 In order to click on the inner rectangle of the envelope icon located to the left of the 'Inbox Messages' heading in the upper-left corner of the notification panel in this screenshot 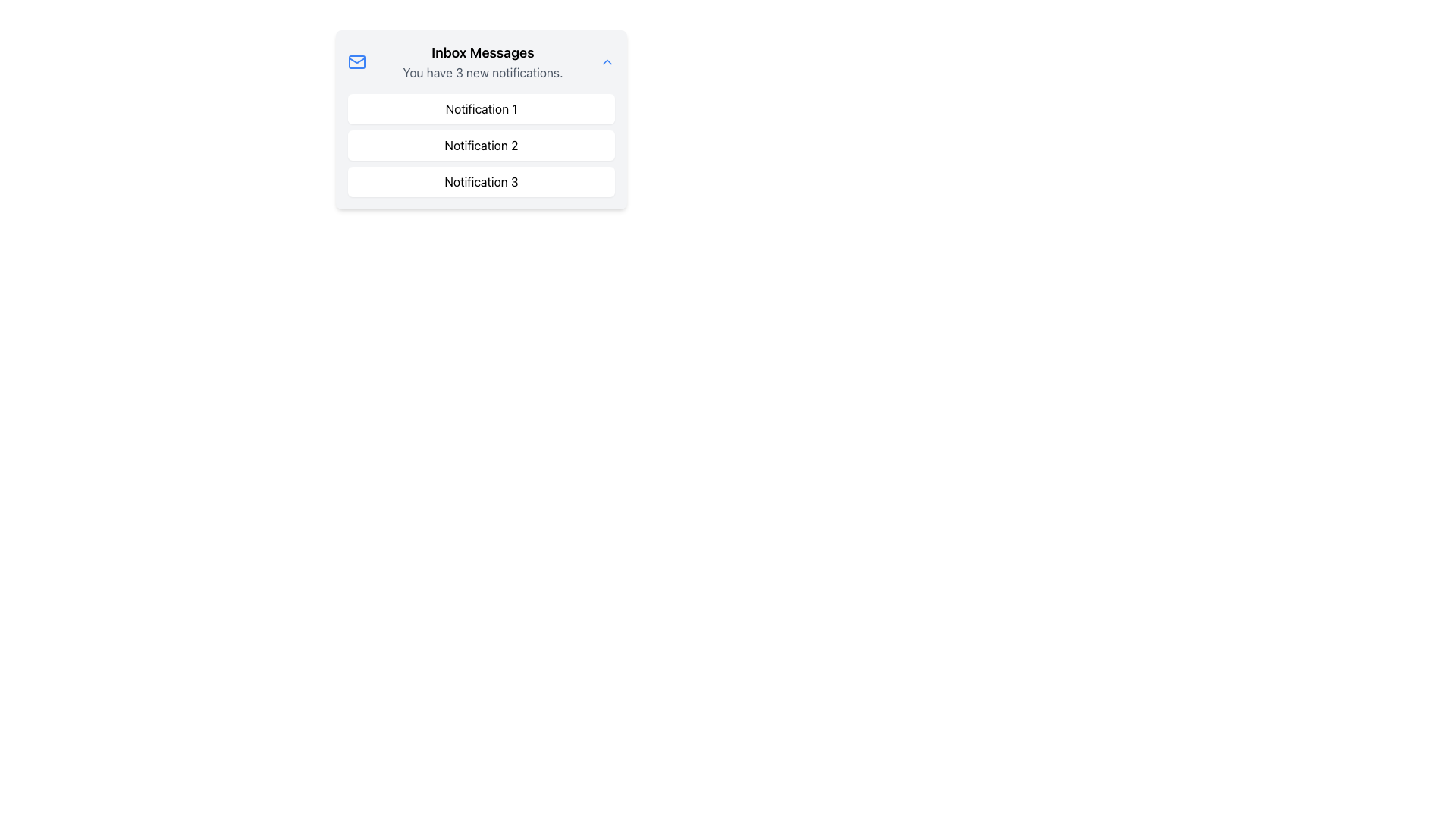, I will do `click(356, 61)`.